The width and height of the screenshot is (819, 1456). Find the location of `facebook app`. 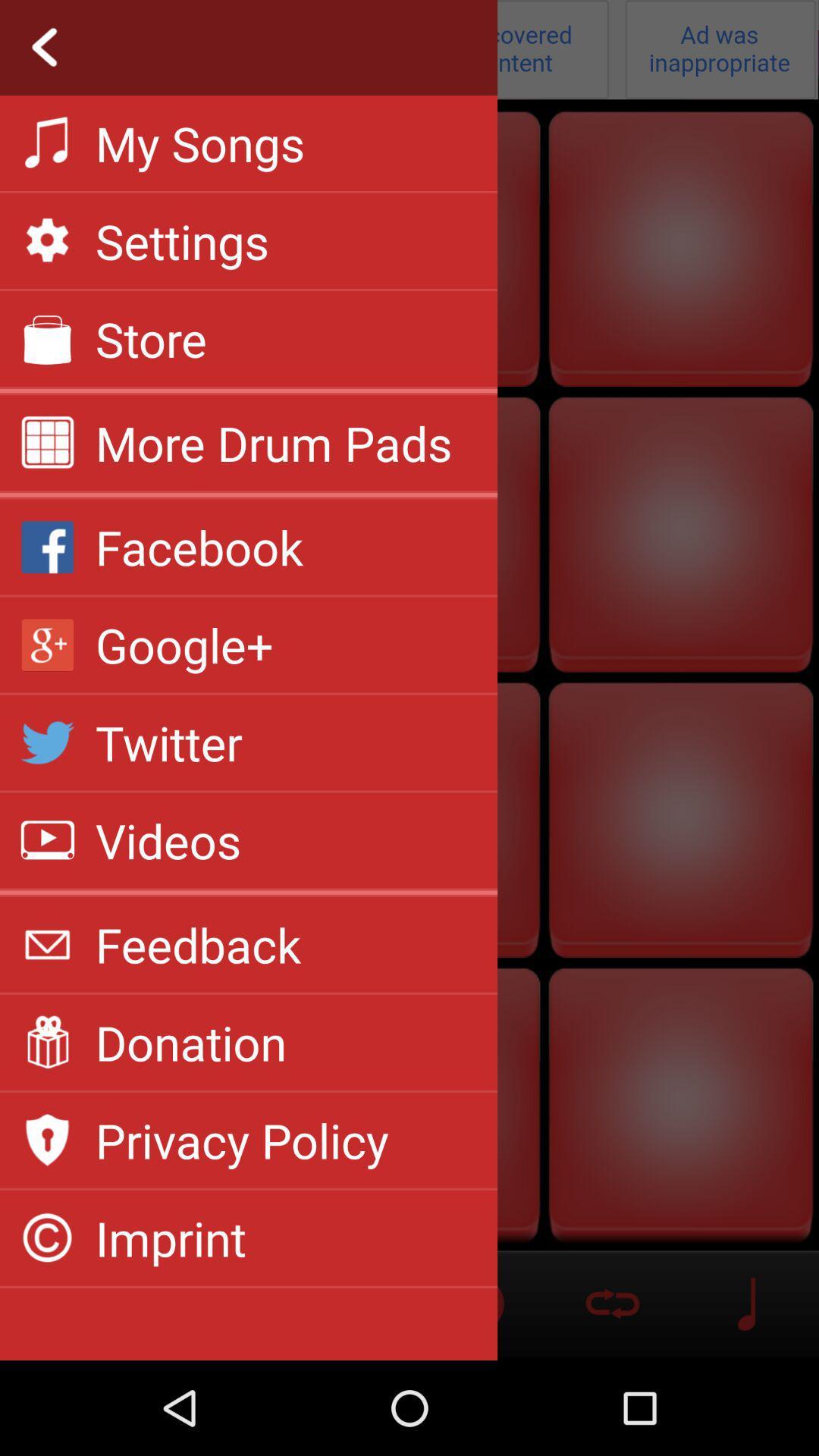

facebook app is located at coordinates (199, 546).